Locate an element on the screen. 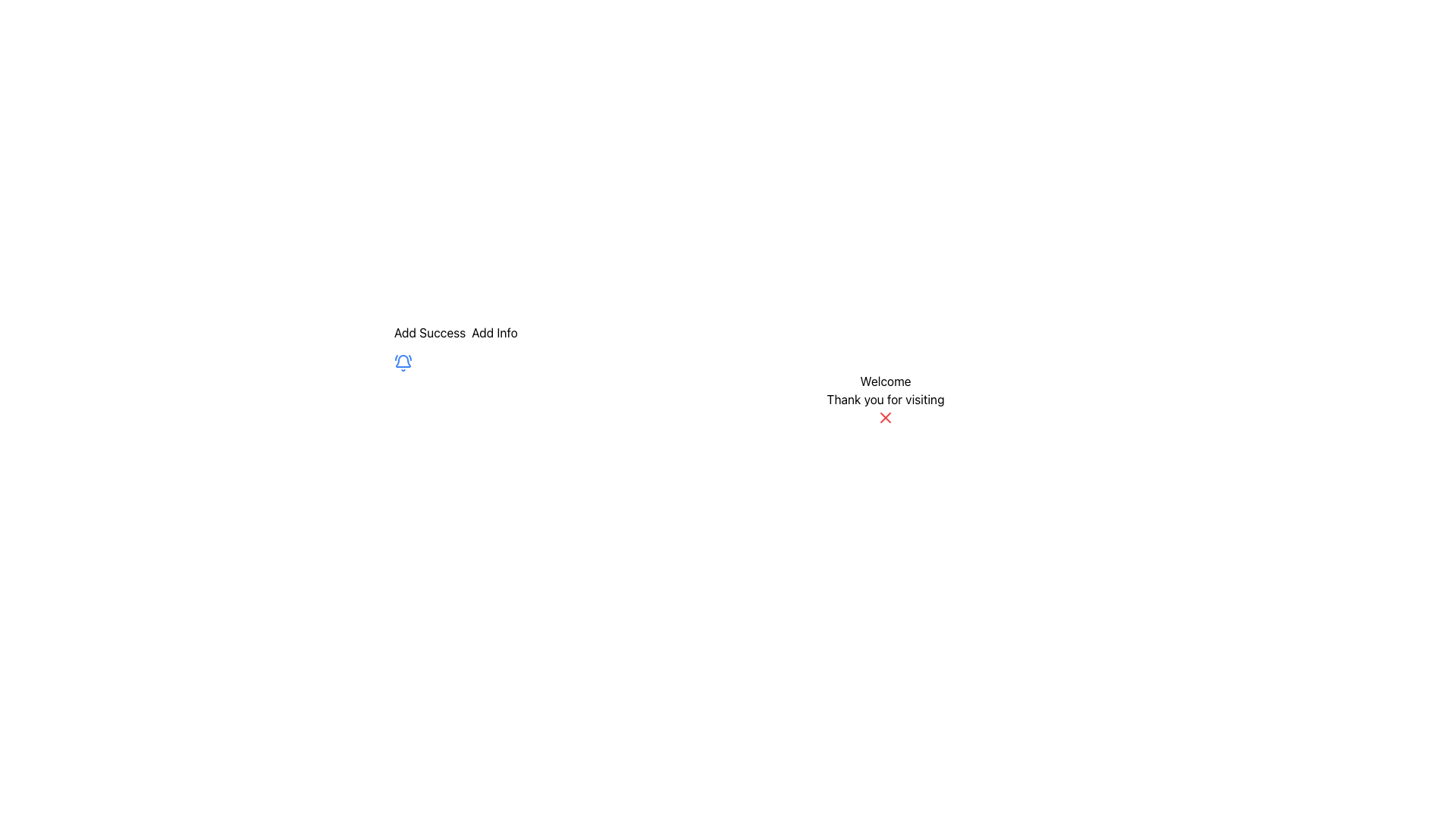 This screenshot has width=1456, height=819. the small, red-colored cross or 'X' icon located at the bottom of the text 'Thank you for visiting' is located at coordinates (885, 418).